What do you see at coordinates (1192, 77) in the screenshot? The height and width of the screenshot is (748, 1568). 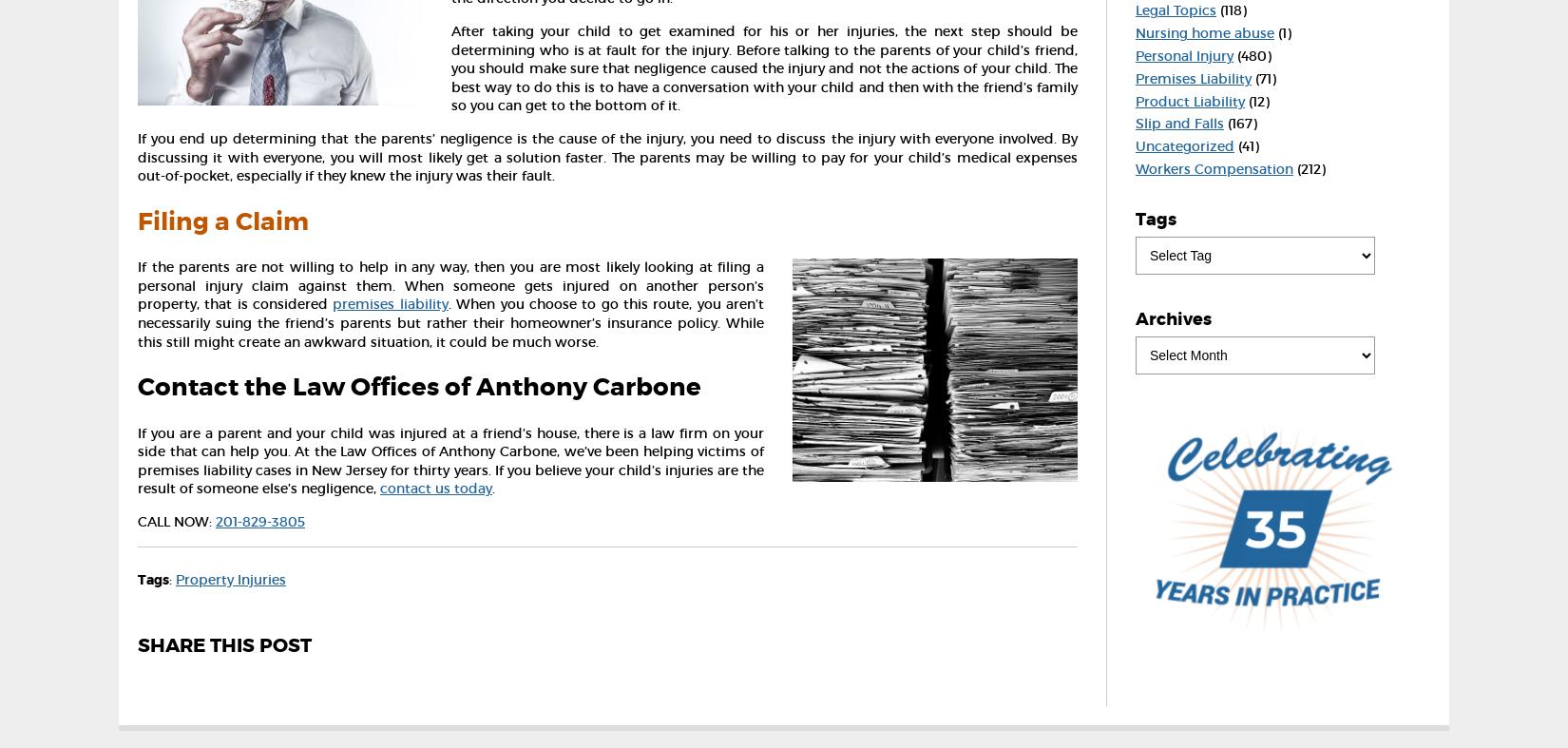 I see `'Premises Liability'` at bounding box center [1192, 77].